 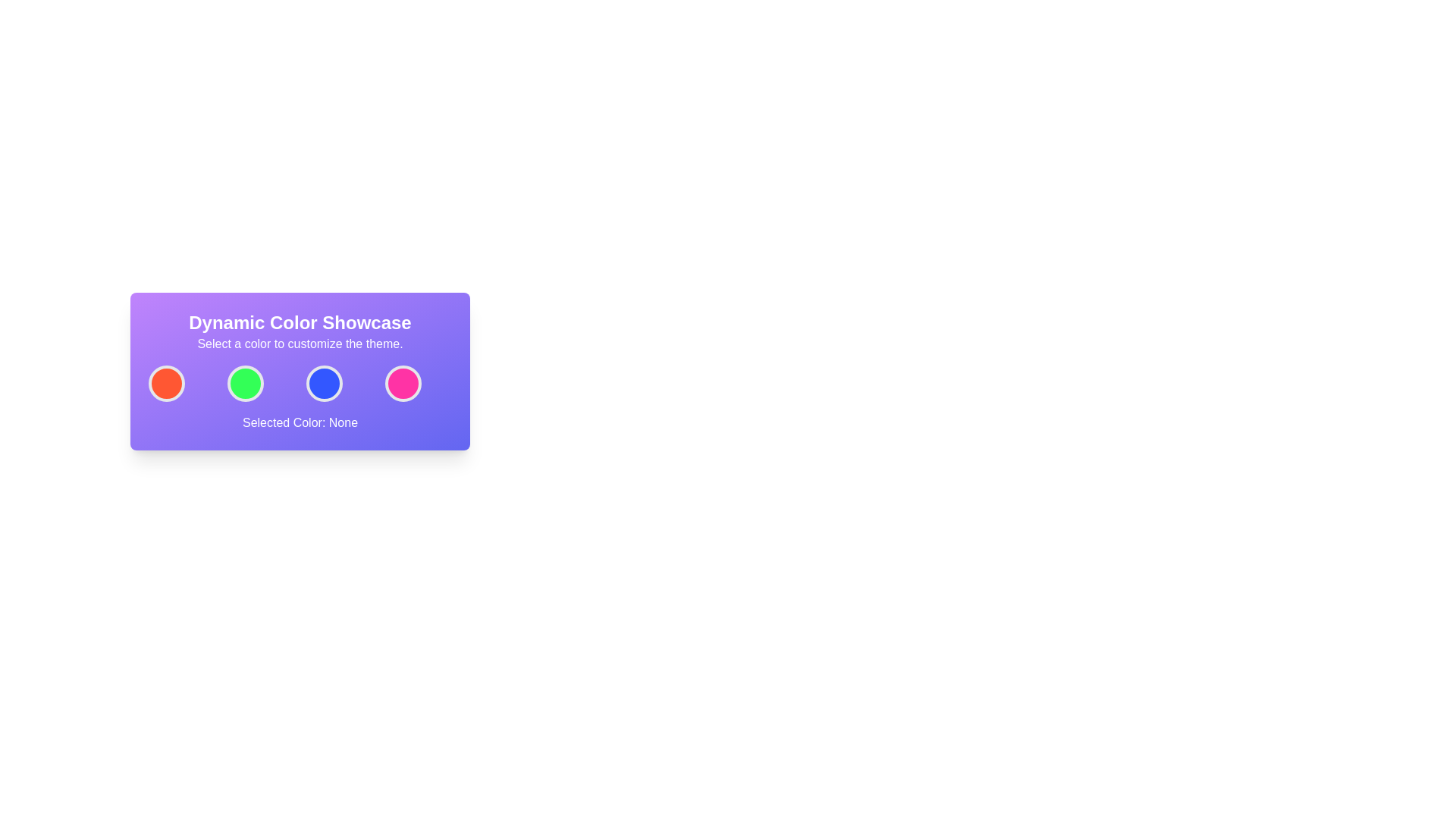 I want to click on the orange color selection button in the 'Dynamic Color Showcase' section, so click(x=167, y=382).